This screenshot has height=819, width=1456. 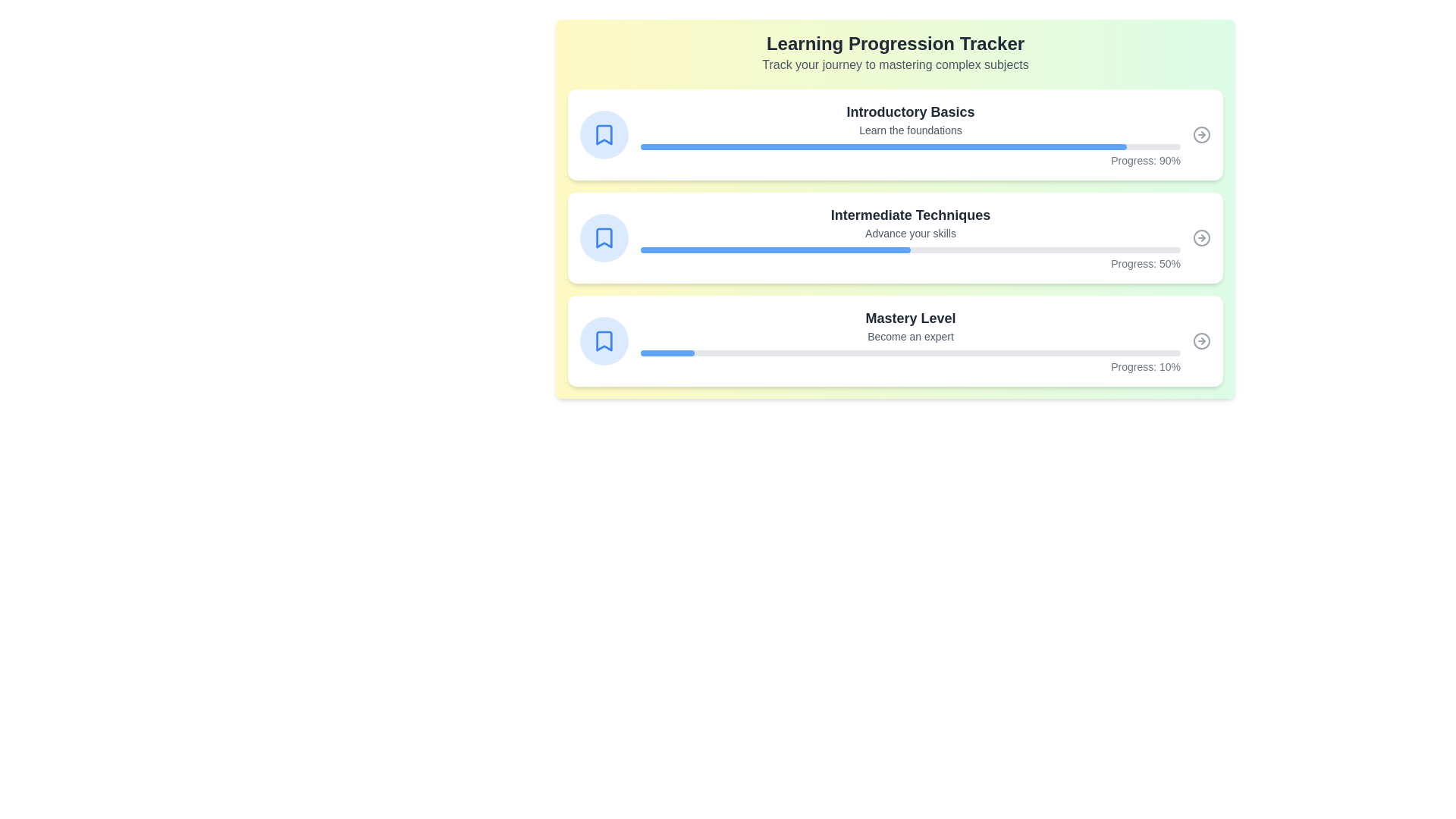 I want to click on the Circular SVG component that encloses the right arrow icon at the right end of the progress bar for the 'Introductory Basics' section, so click(x=1200, y=133).